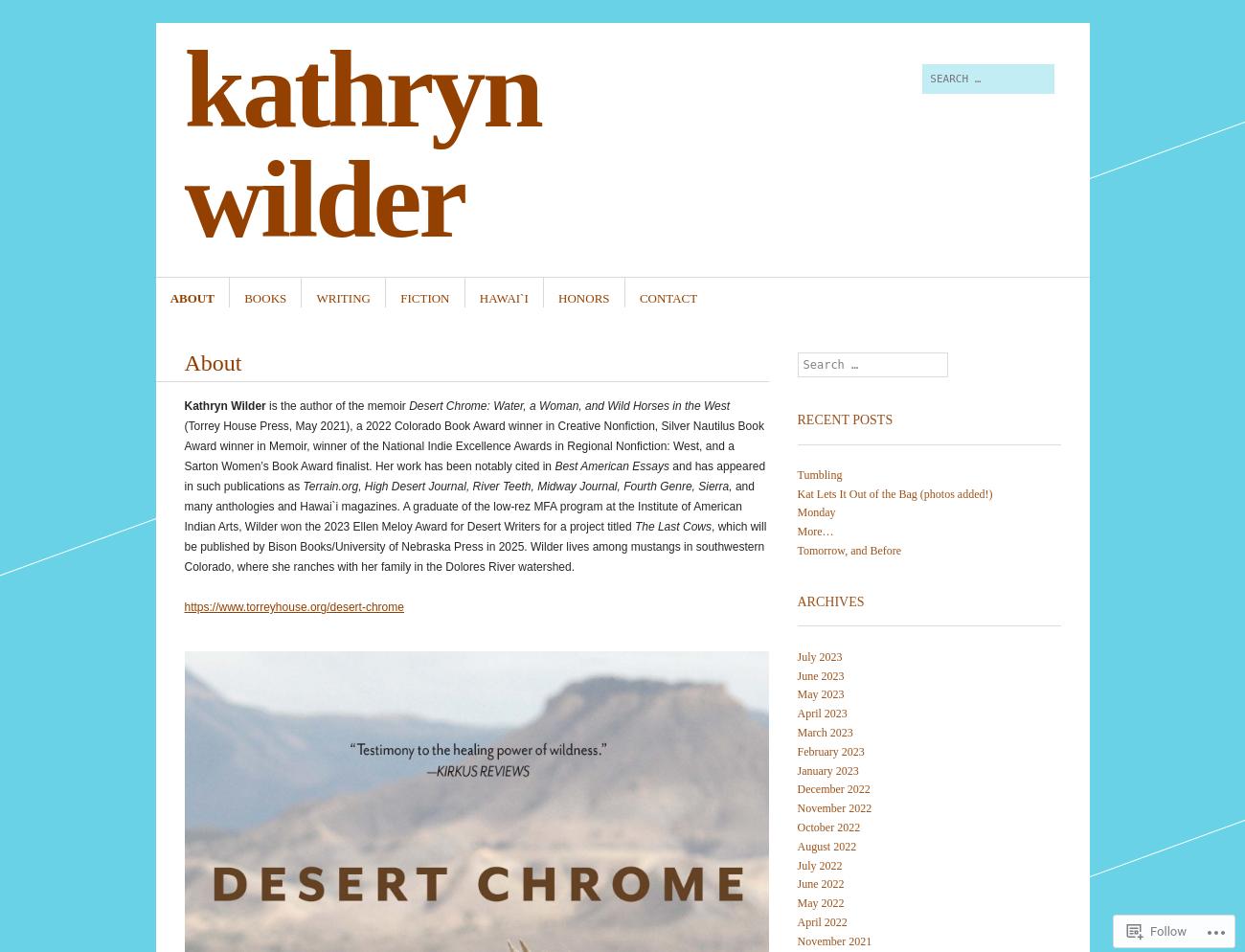 The width and height of the screenshot is (1245, 952). What do you see at coordinates (293, 605) in the screenshot?
I see `'https://www.torreyhouse.org/desert-chrome'` at bounding box center [293, 605].